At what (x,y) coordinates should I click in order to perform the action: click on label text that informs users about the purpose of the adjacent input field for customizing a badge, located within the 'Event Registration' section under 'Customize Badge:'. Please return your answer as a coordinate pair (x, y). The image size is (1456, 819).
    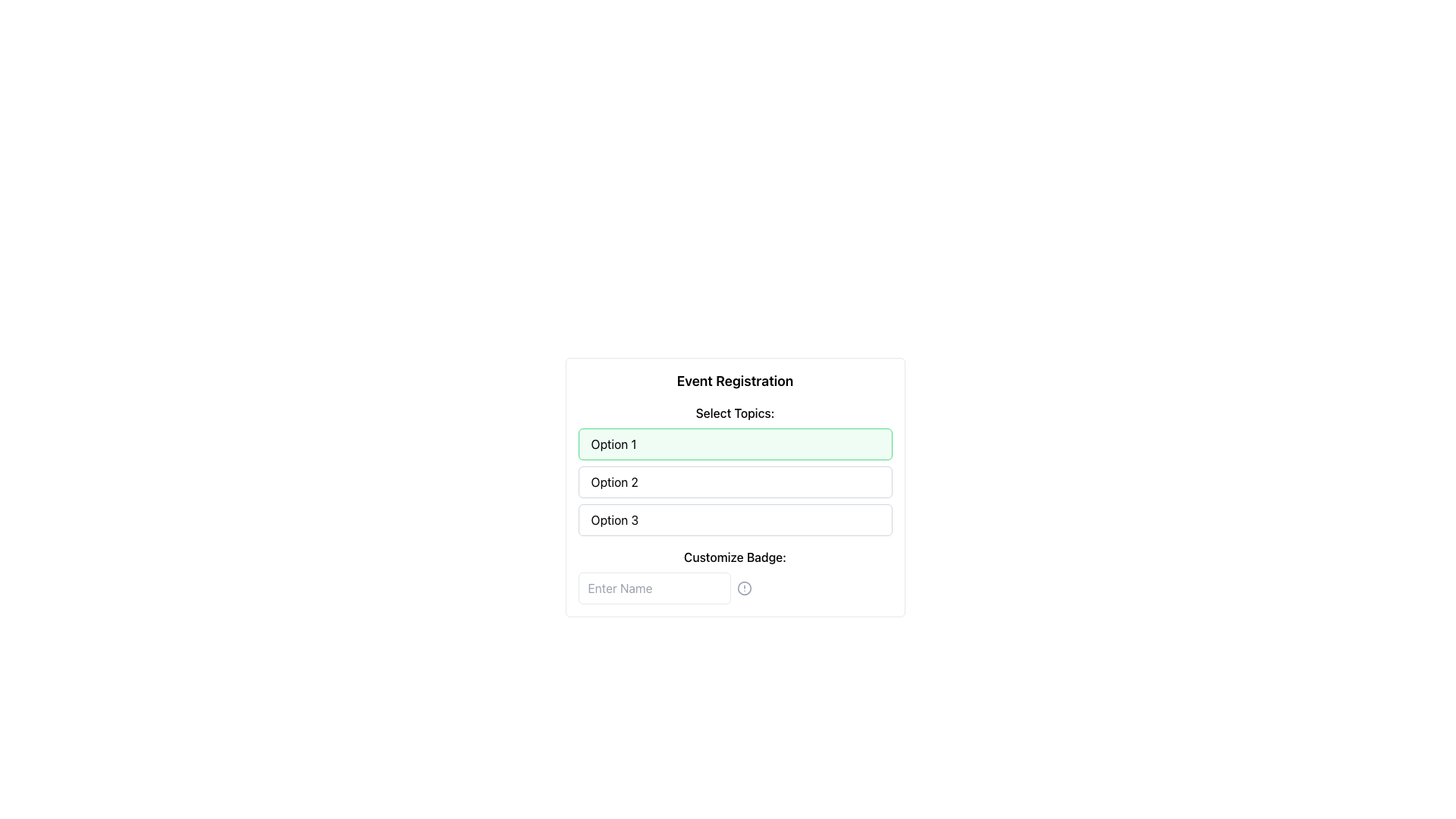
    Looking at the image, I should click on (735, 576).